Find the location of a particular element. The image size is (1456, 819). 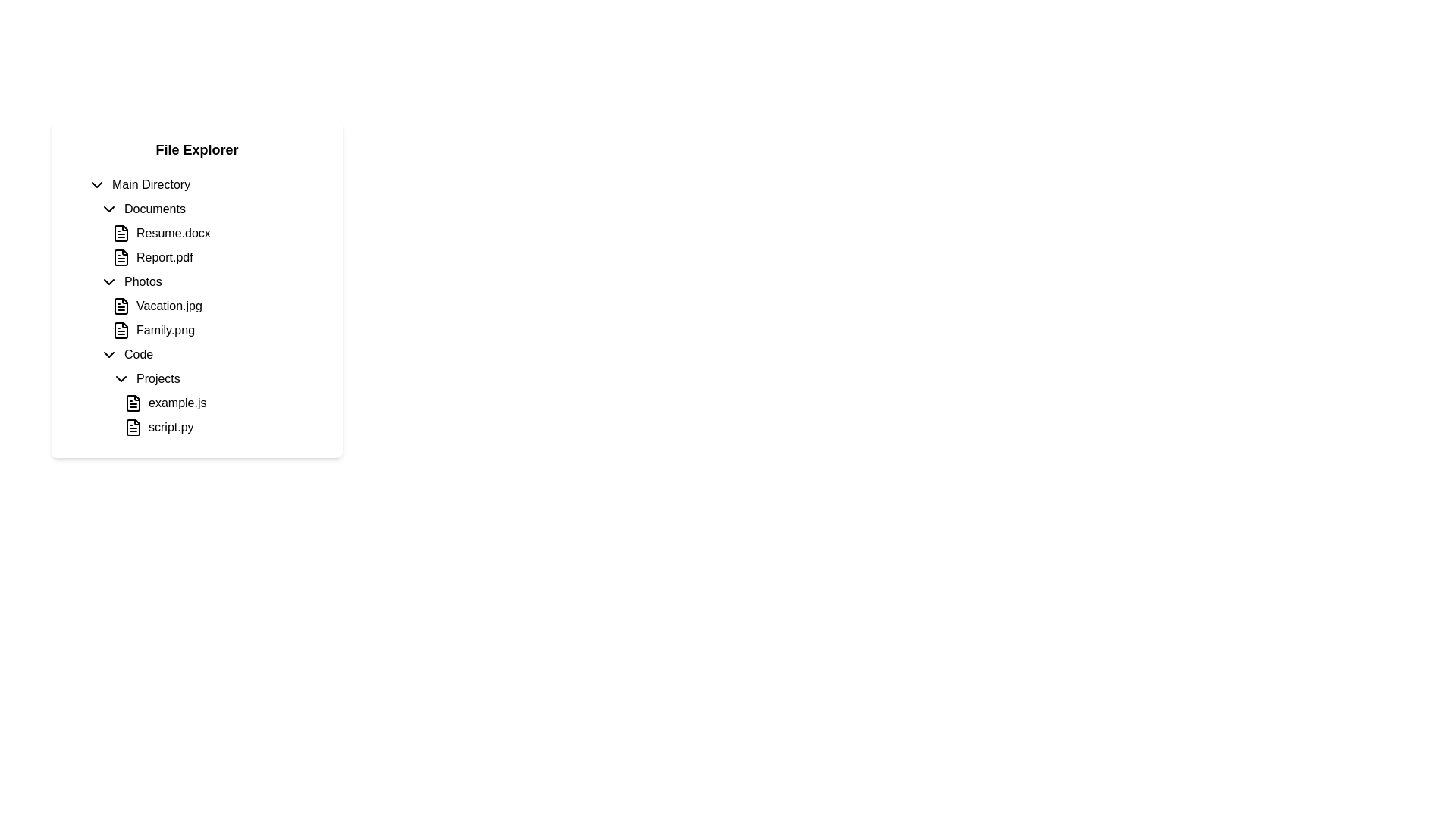

the document icon located to the left of 'Resume.docx' in the File Explorer's Documents section is located at coordinates (120, 234).